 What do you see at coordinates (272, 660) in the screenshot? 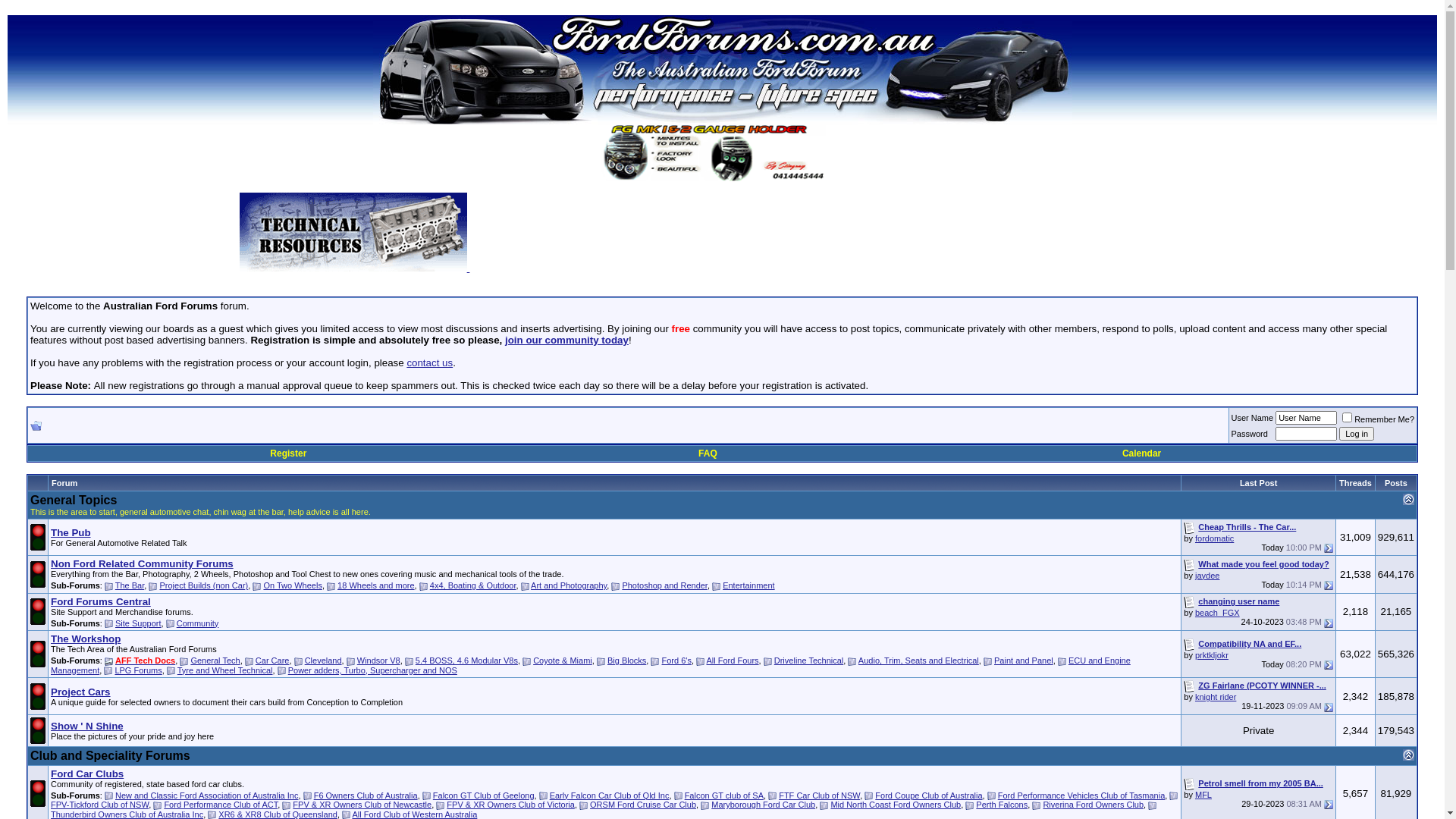
I see `'Car Care'` at bounding box center [272, 660].